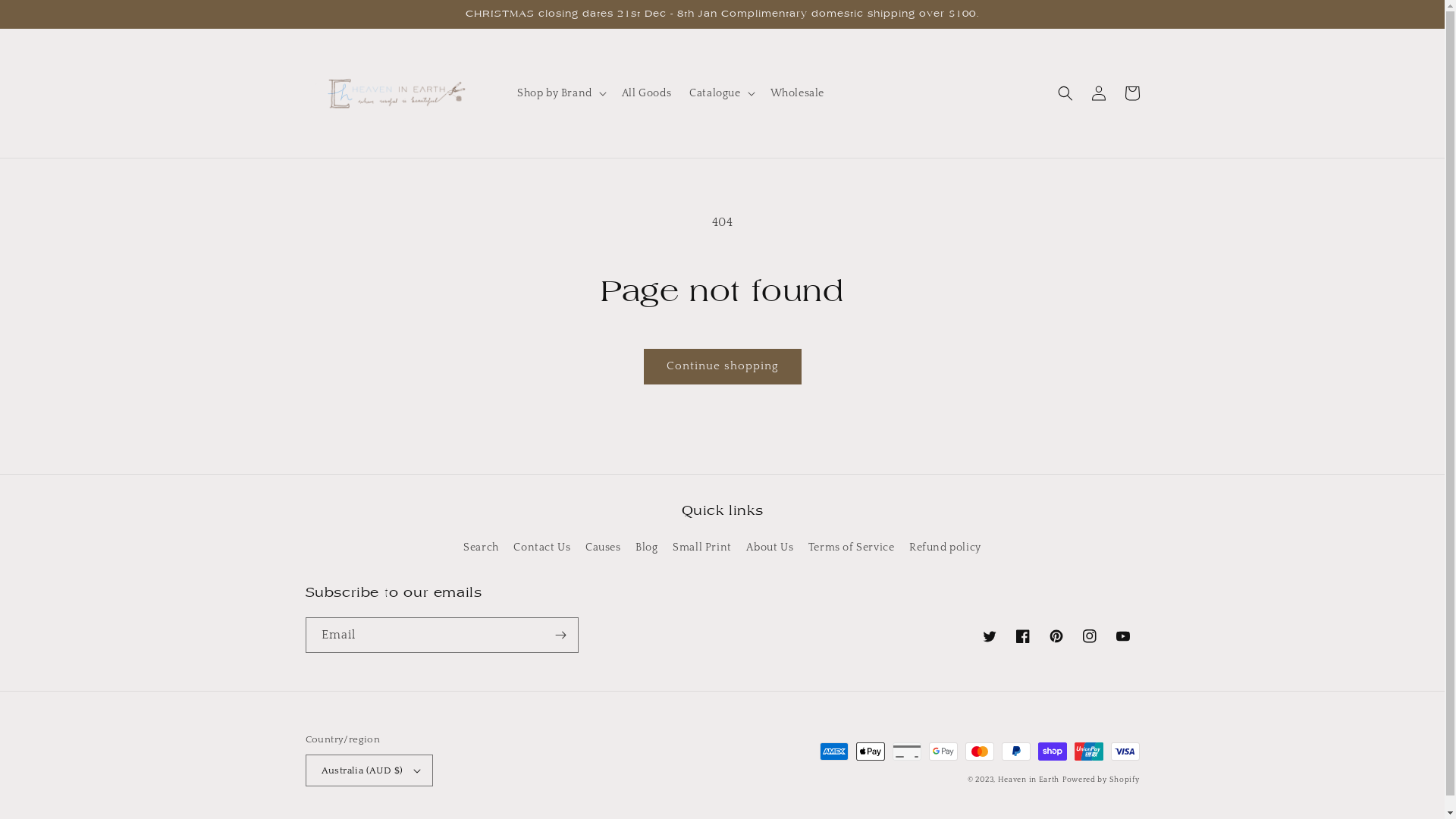 Image resolution: width=1456 pixels, height=819 pixels. I want to click on 'Contact Us', so click(541, 548).